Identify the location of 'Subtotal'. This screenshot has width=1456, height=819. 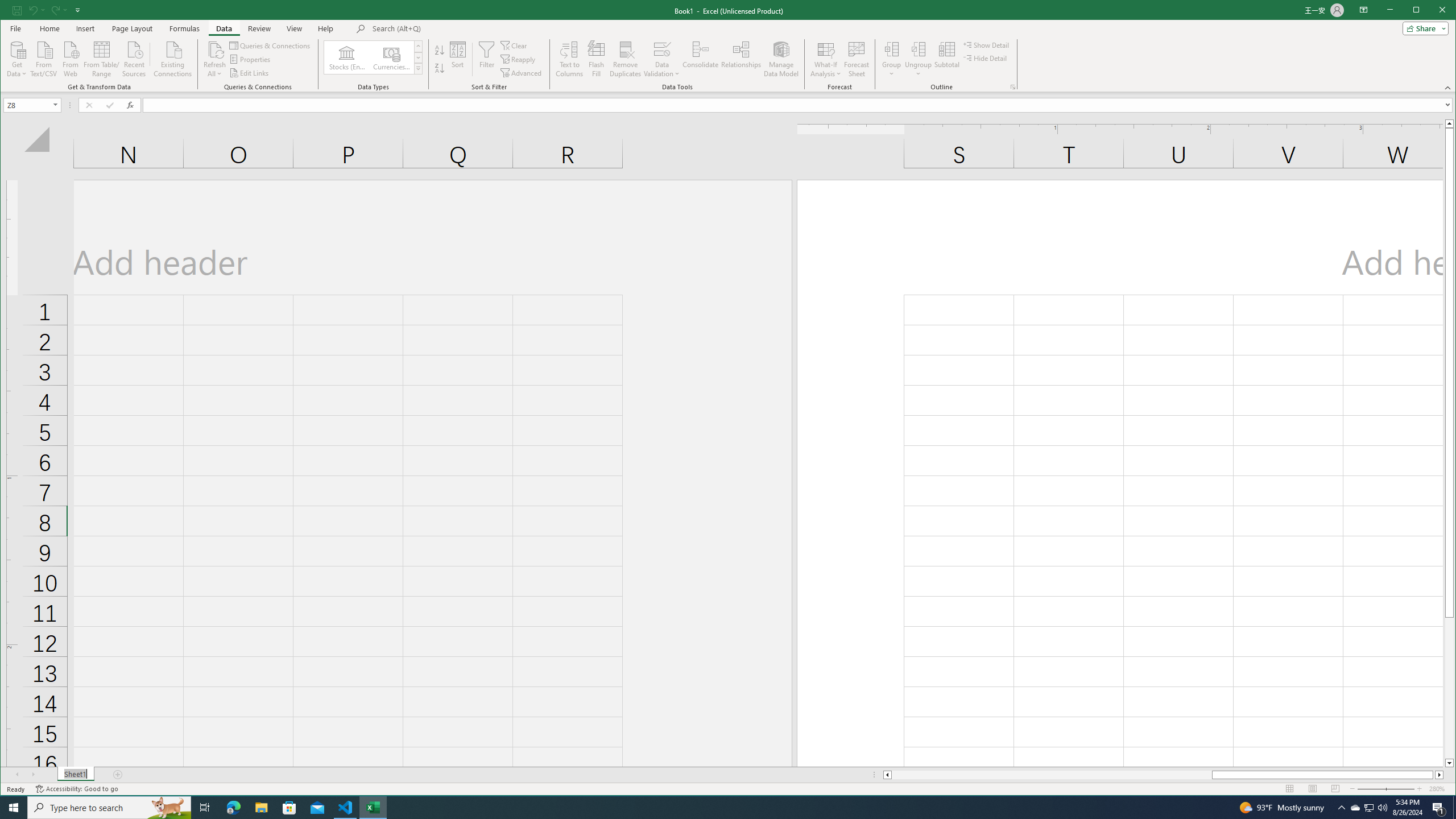
(946, 59).